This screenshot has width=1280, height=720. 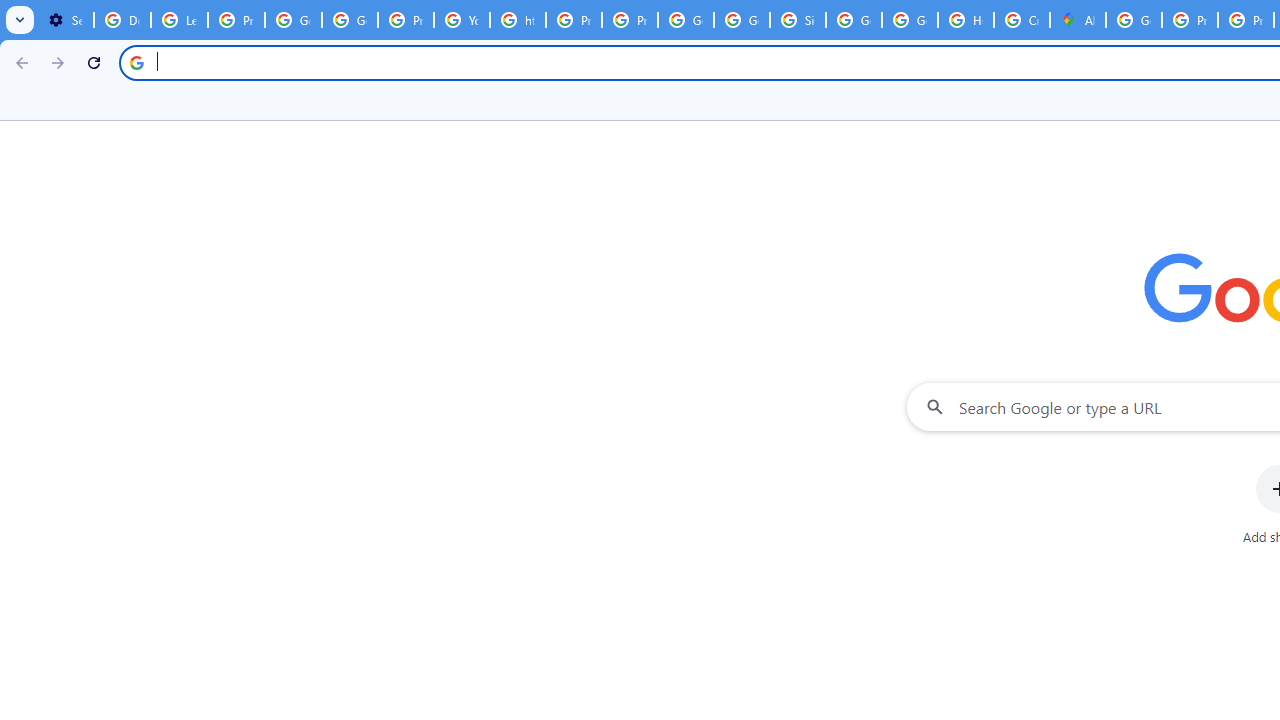 What do you see at coordinates (121, 20) in the screenshot?
I see `'Delete photos & videos - Computer - Google Photos Help'` at bounding box center [121, 20].